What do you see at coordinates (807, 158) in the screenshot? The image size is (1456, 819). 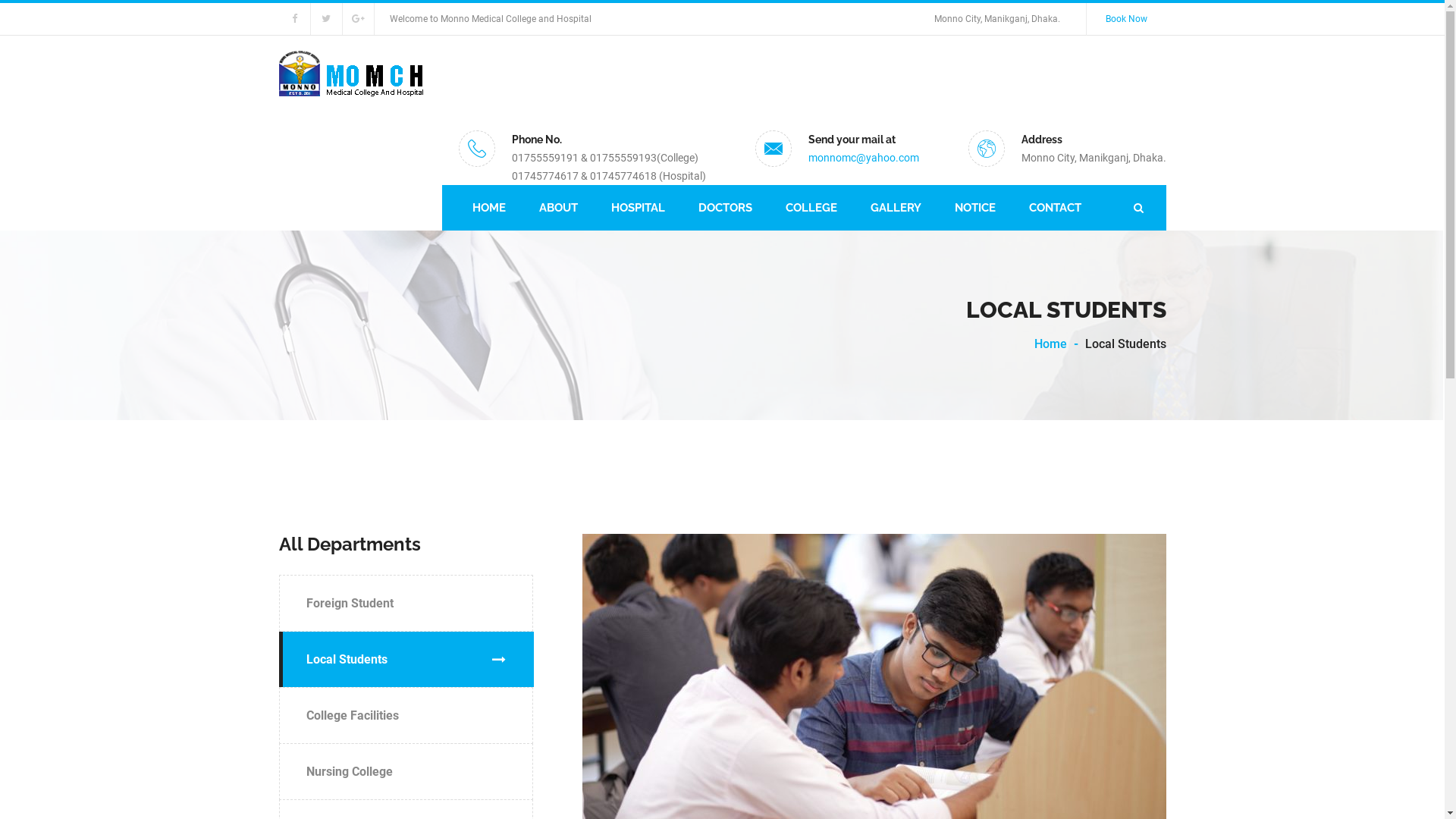 I see `'monnomc@yahoo.com'` at bounding box center [807, 158].